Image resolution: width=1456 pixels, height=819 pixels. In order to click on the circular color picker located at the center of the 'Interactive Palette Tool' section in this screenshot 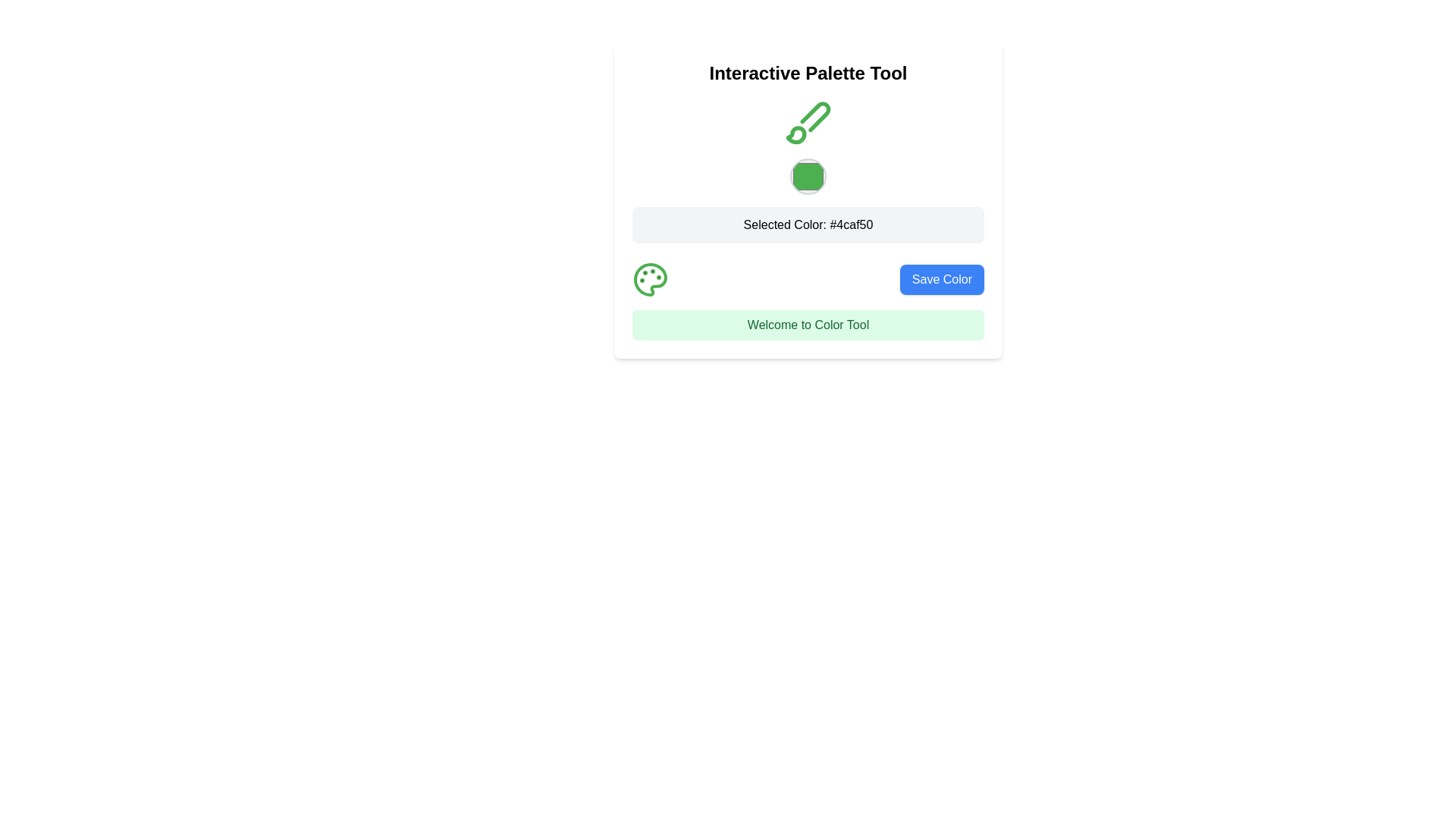, I will do `click(807, 170)`.